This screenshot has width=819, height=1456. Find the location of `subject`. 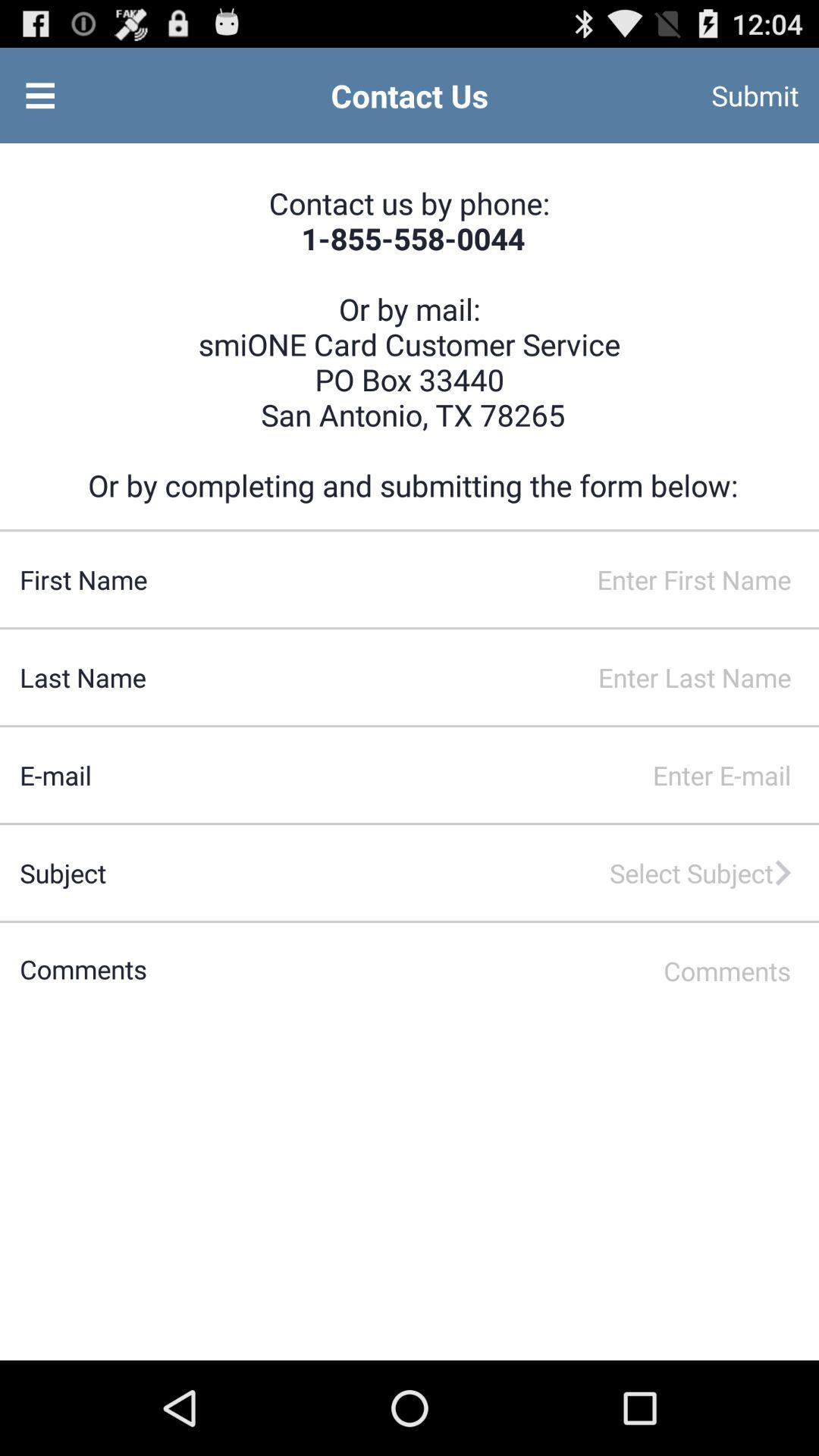

subject is located at coordinates (452, 873).